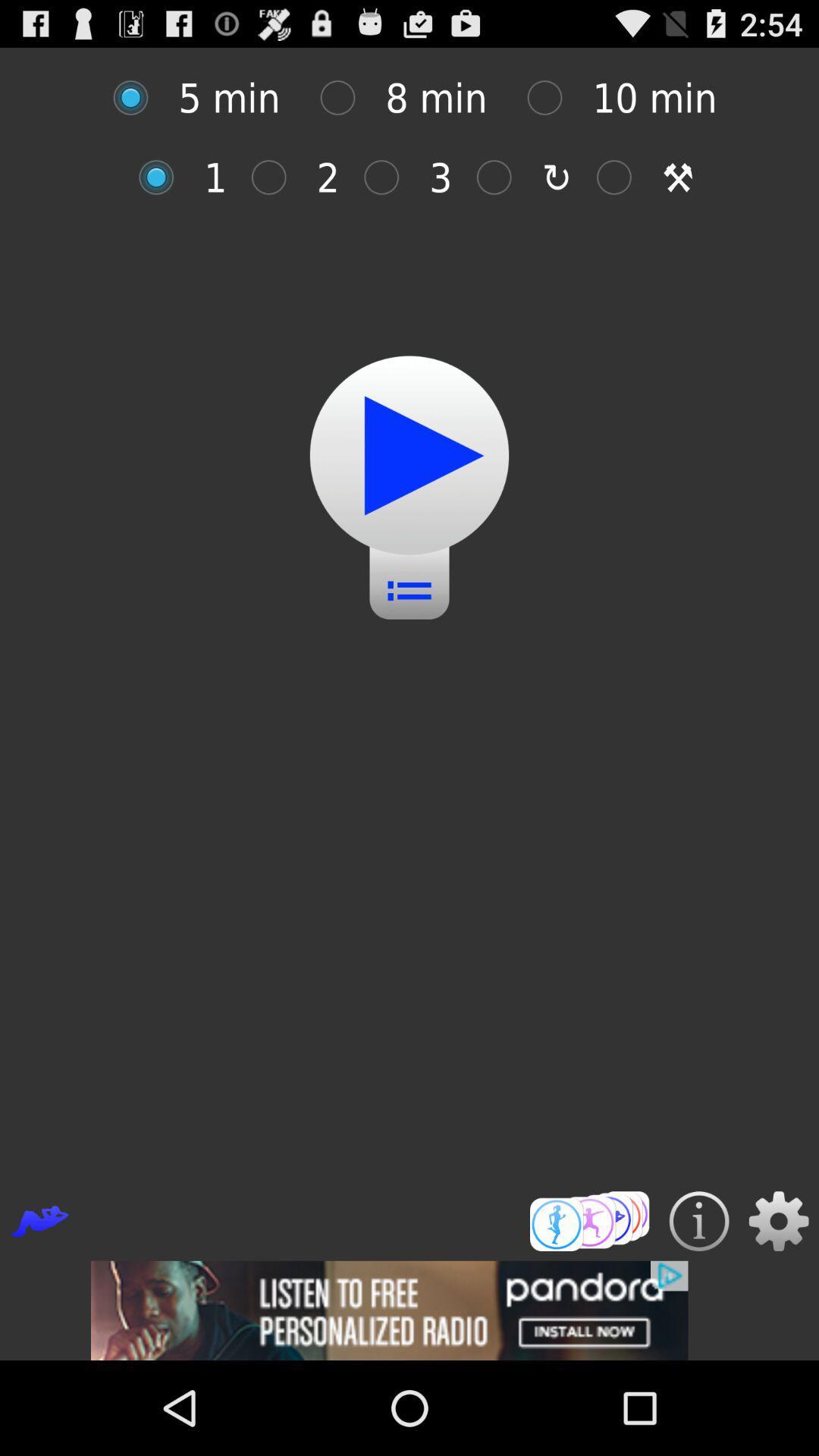 This screenshot has height=1456, width=819. Describe the element at coordinates (164, 177) in the screenshot. I see `appsan` at that location.